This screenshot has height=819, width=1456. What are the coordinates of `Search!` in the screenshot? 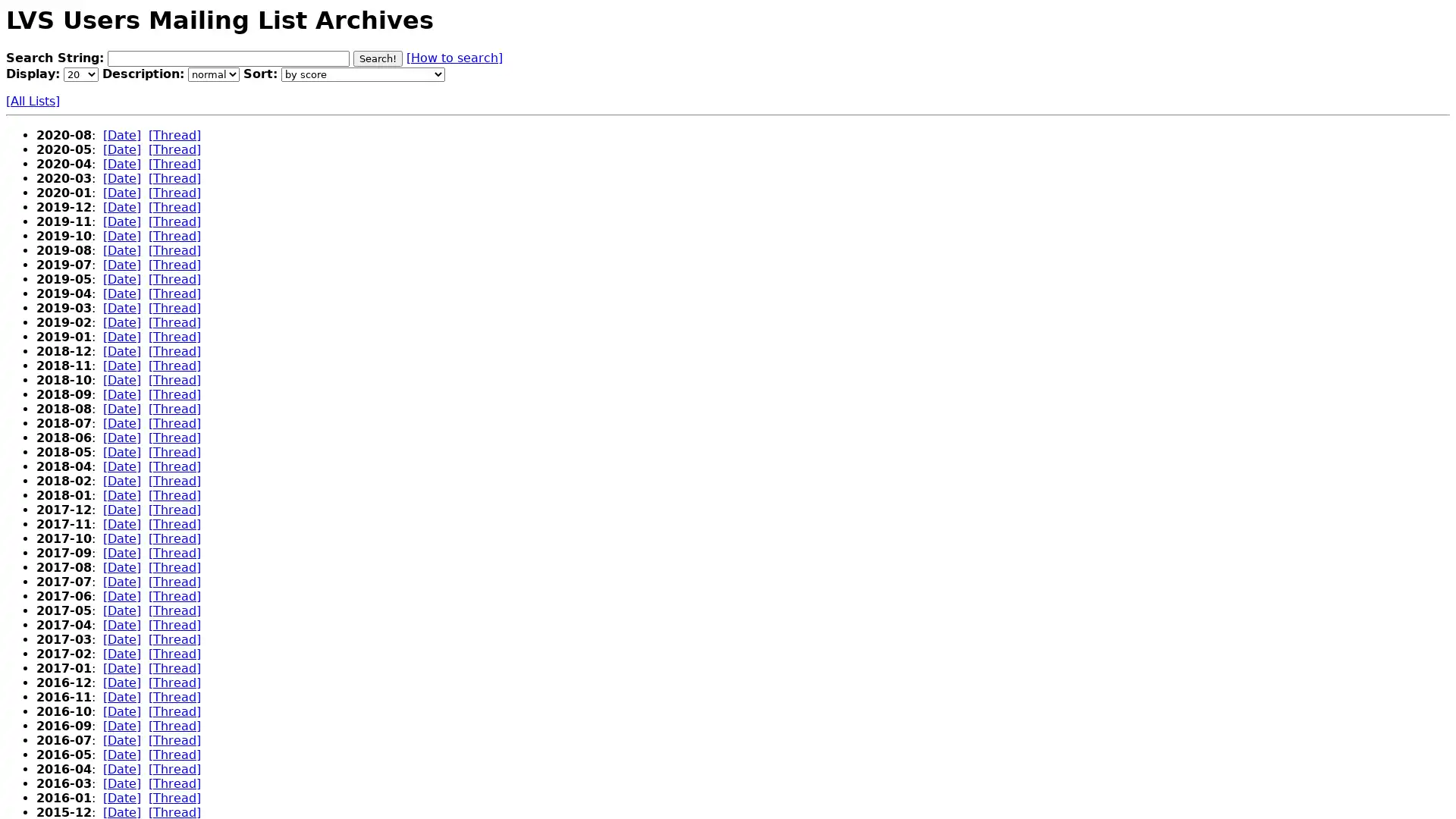 It's located at (378, 58).